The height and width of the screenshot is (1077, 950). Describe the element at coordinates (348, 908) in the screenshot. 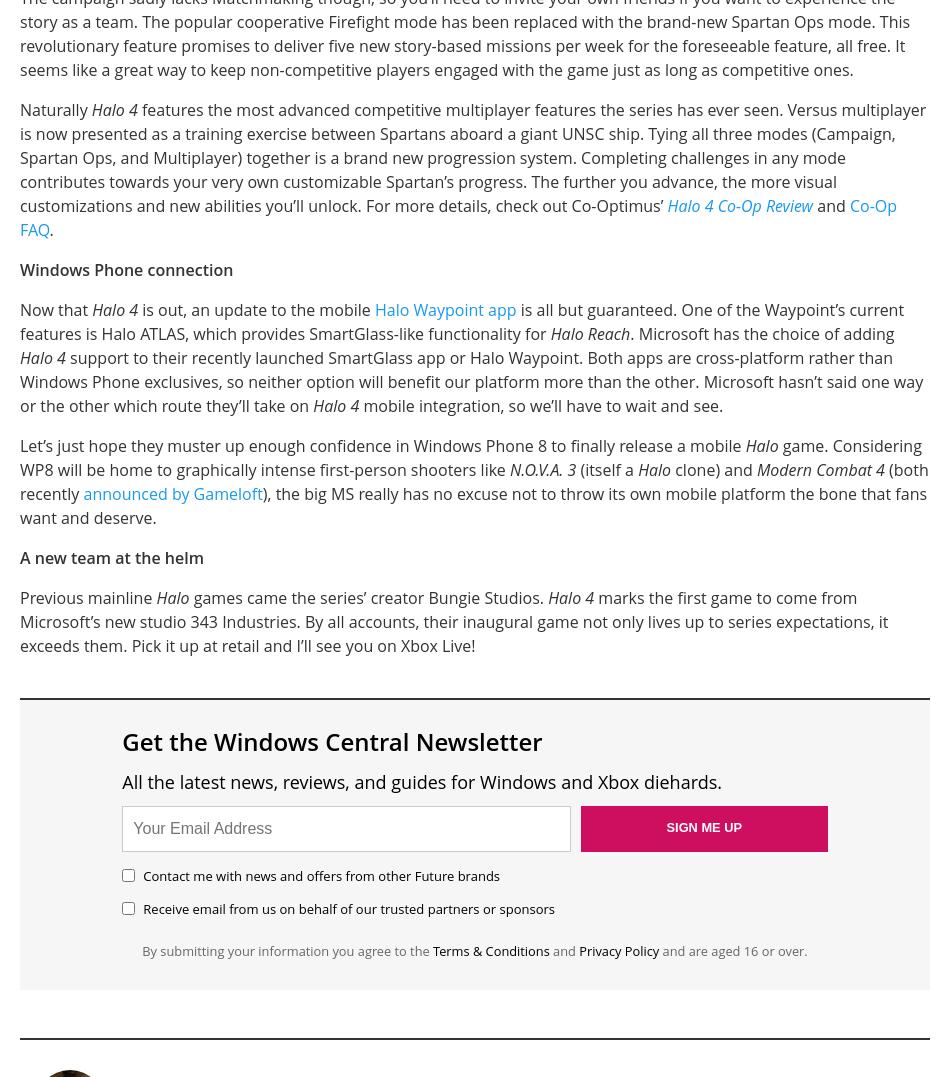

I see `'Receive email from us on behalf of our trusted partners or sponsors'` at that location.